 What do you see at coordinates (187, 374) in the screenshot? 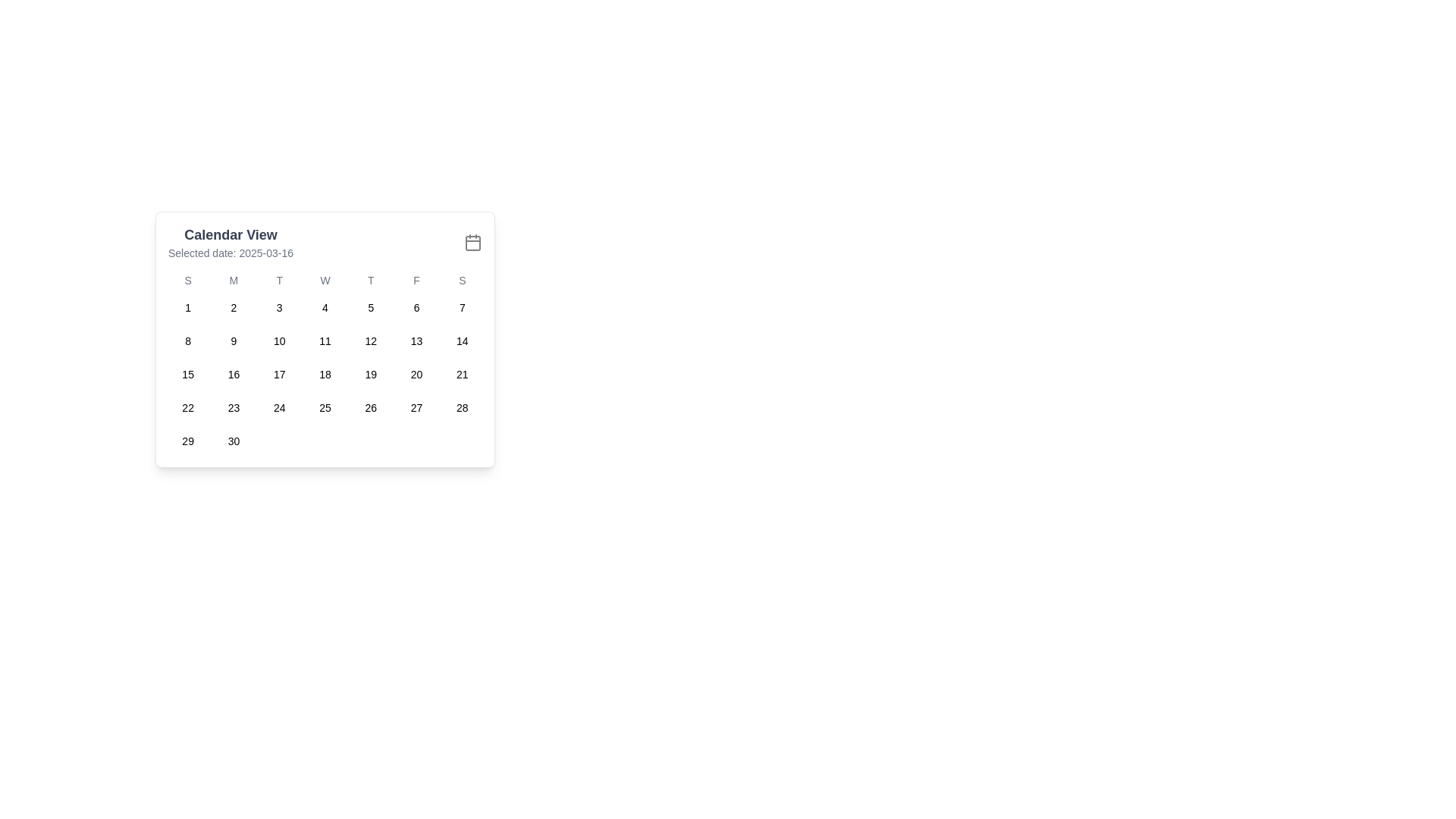
I see `to select the calendar day cell displaying the date '15' in the grid-like calendar interface` at bounding box center [187, 374].